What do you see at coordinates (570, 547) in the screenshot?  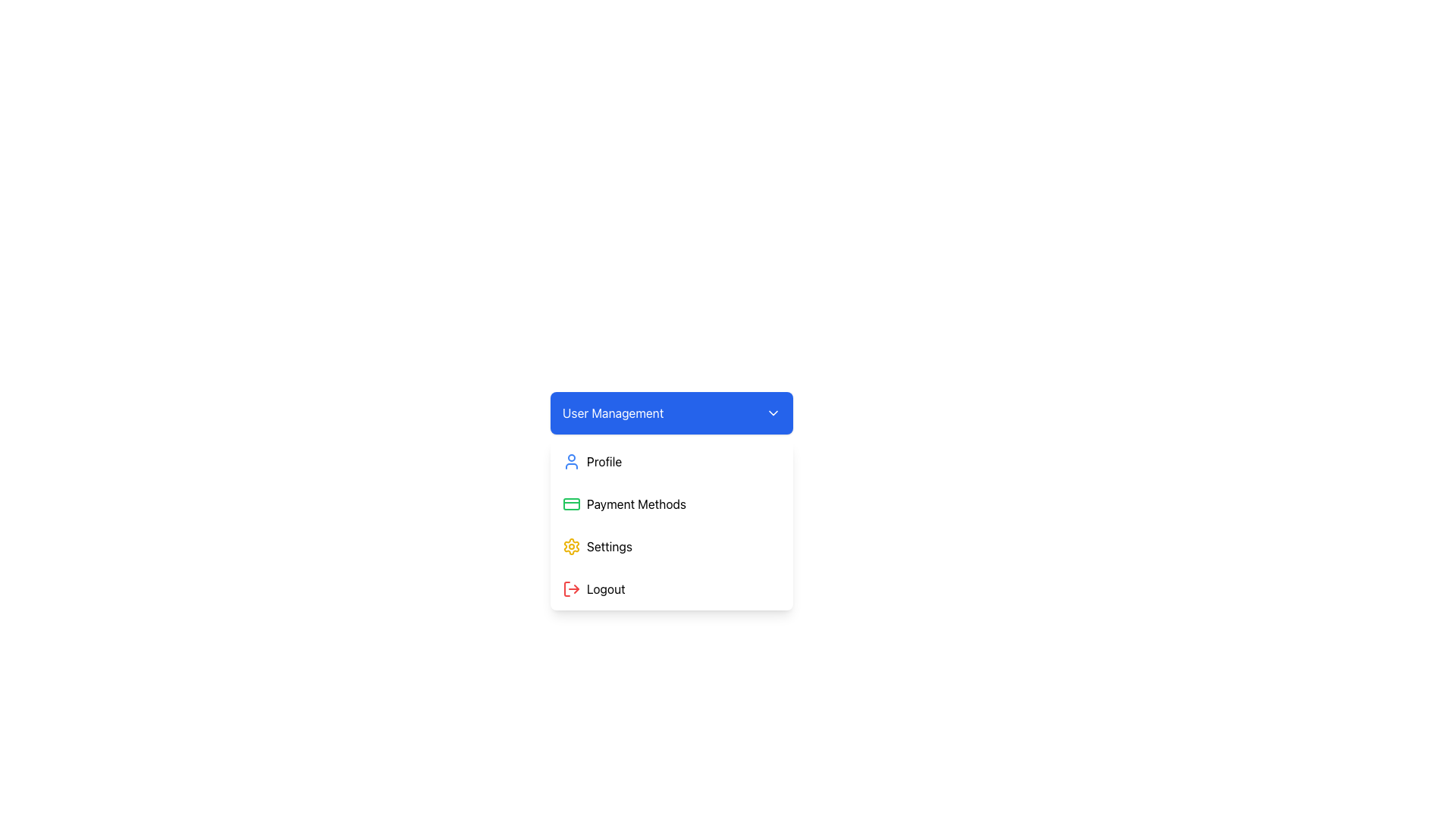 I see `the 'Settings' icon located in the third row of the dropdown menu, adjacent to the text labeled 'Settings'` at bounding box center [570, 547].